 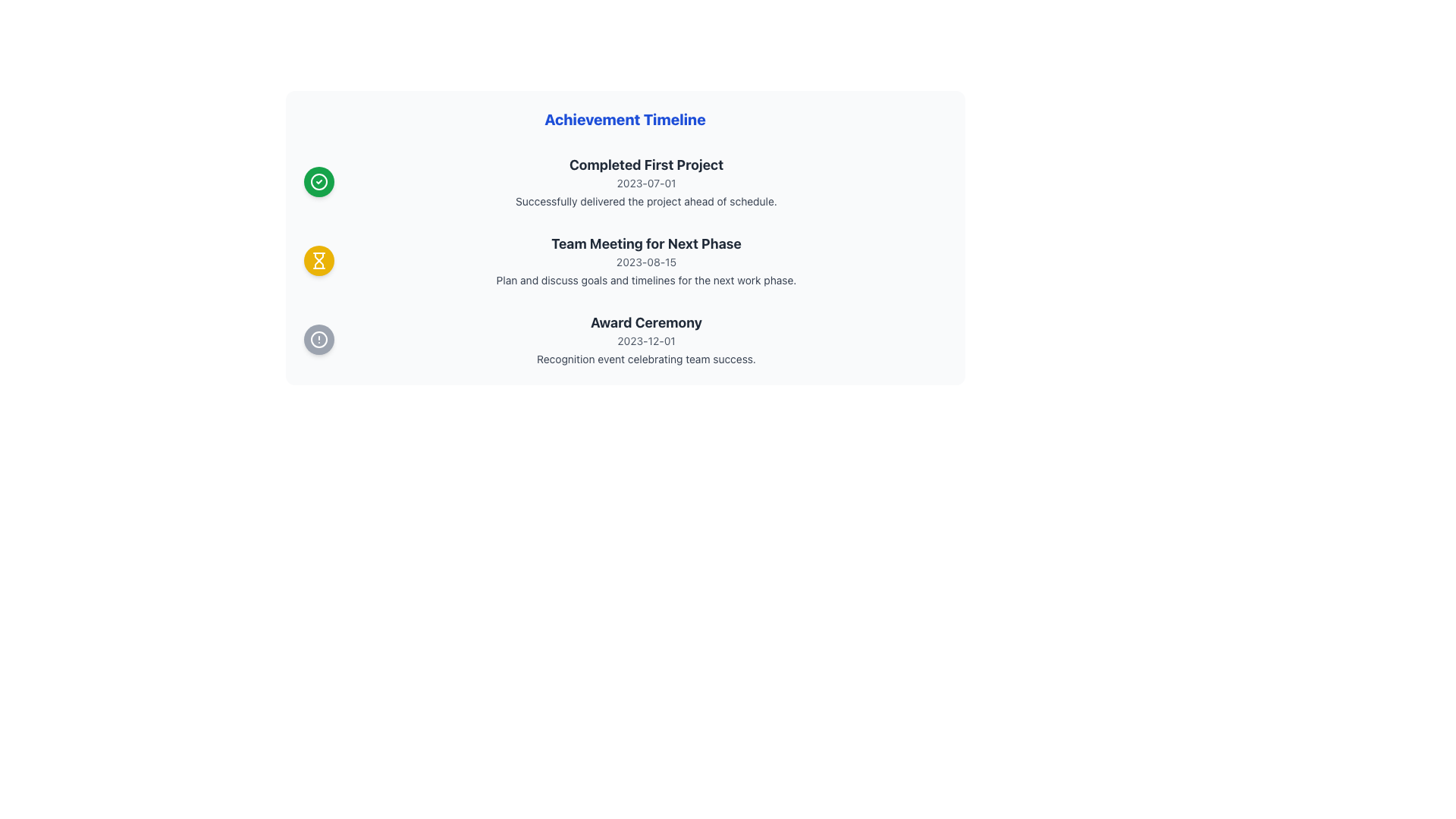 I want to click on the circular green icon with a white check mark that indicates the completion of the 'Completed First Project' milestone in the Achievement Timeline interface, so click(x=318, y=180).